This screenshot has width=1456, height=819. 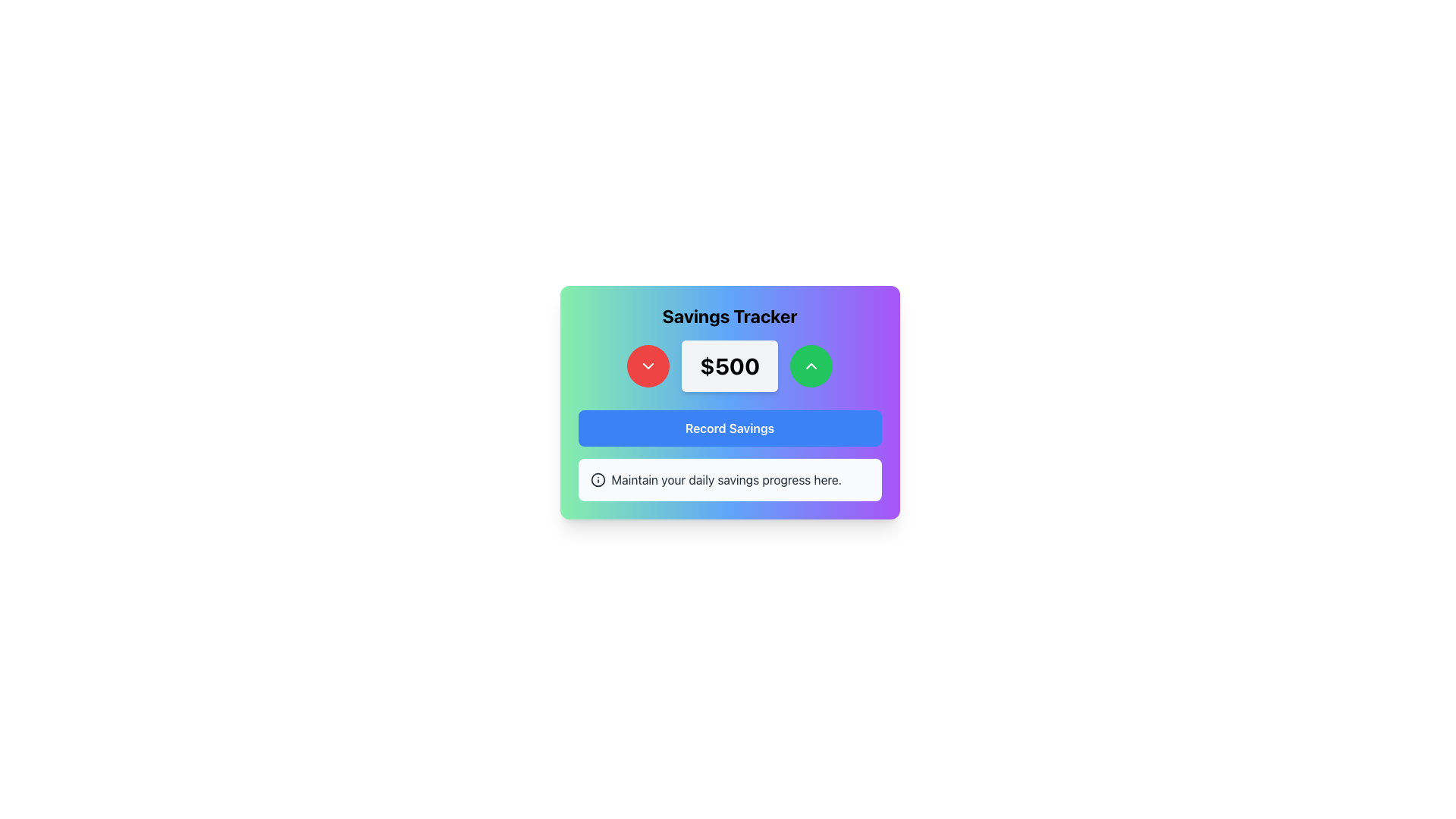 What do you see at coordinates (811, 366) in the screenshot?
I see `the circular green button with a white upward-pointing chevron located on the rightmost side of a row of three elements` at bounding box center [811, 366].